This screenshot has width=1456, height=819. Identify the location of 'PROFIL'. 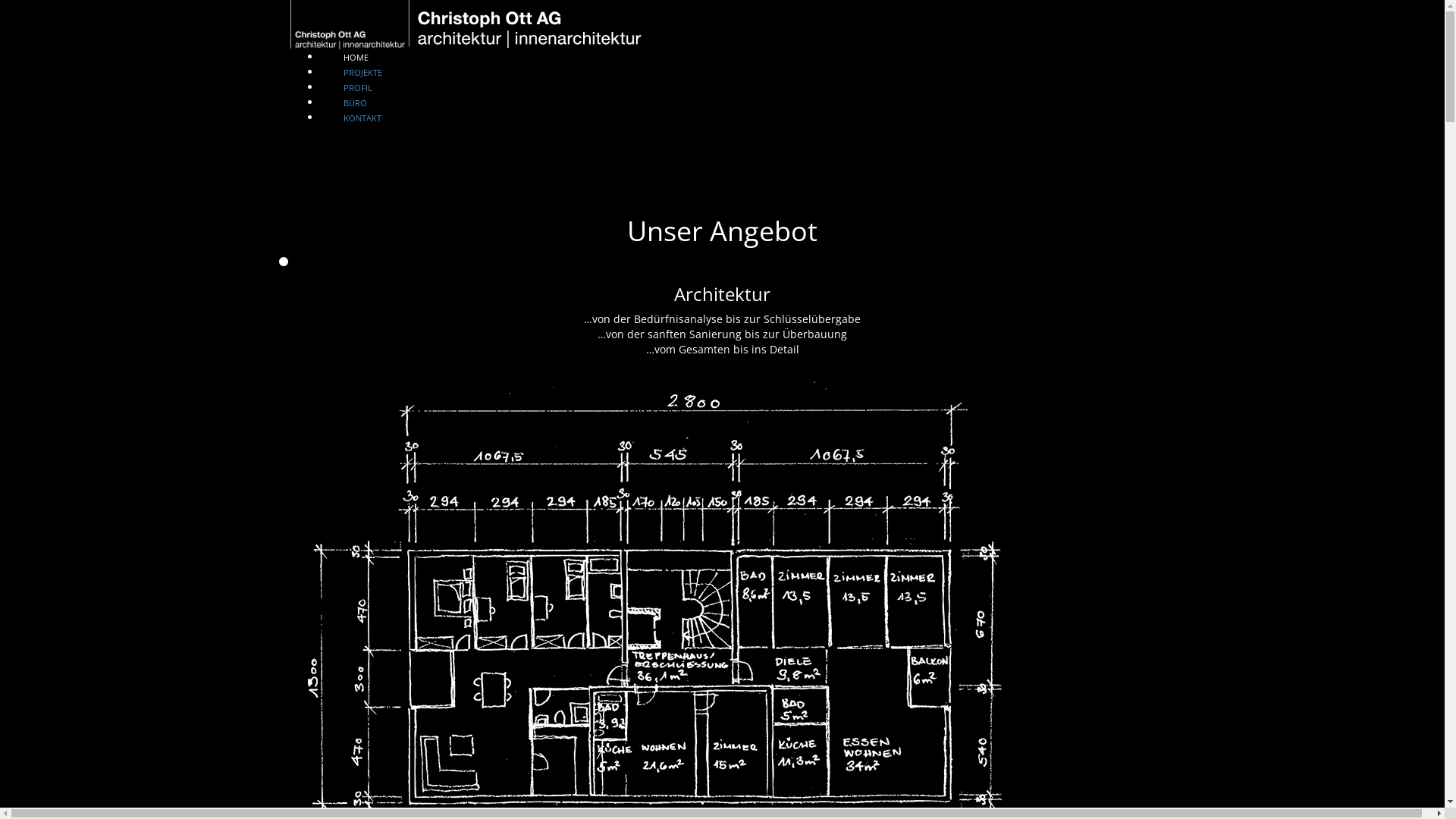
(356, 74).